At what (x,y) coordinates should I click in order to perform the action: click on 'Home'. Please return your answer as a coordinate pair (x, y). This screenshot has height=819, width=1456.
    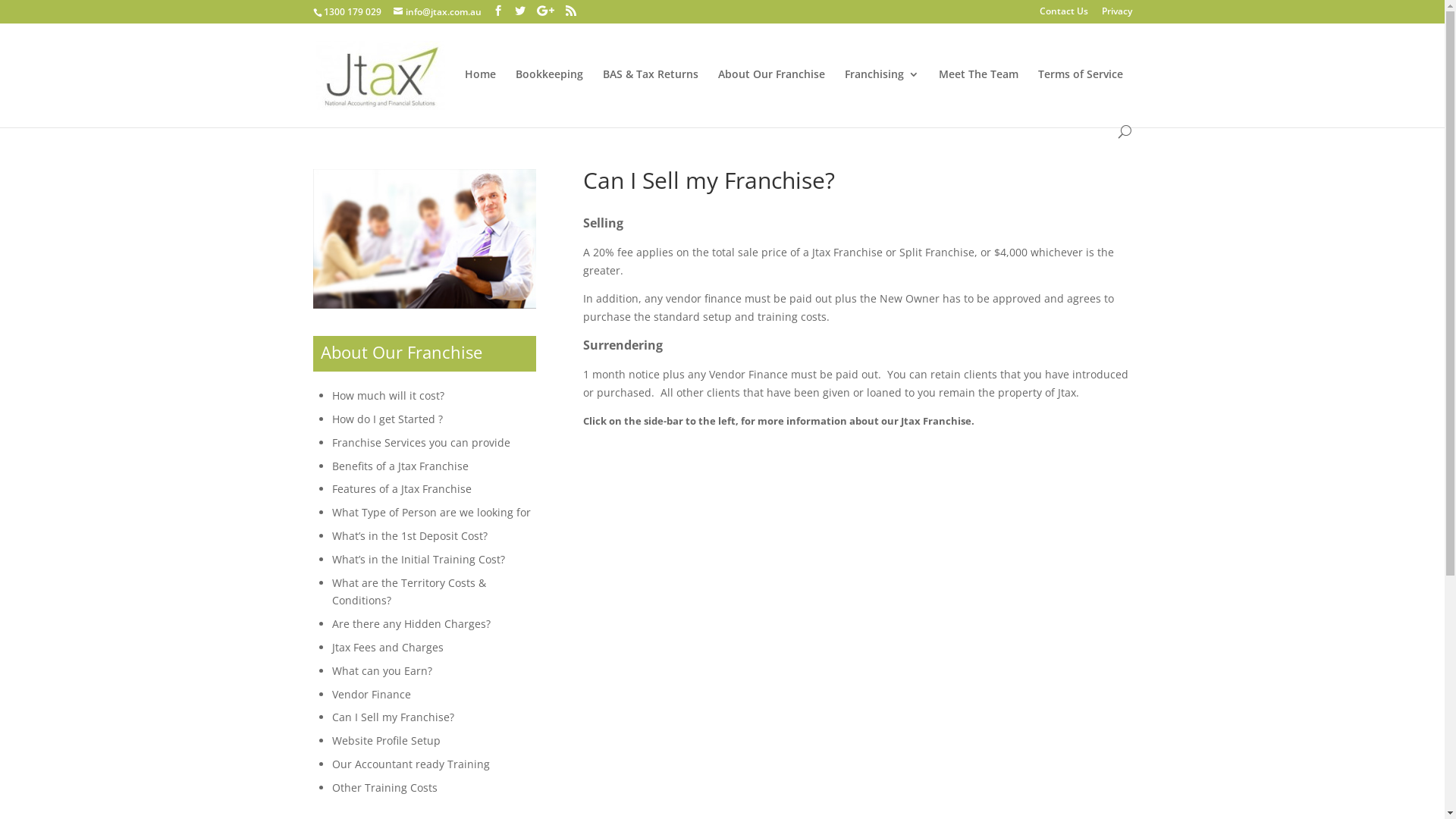
    Looking at the image, I should click on (463, 96).